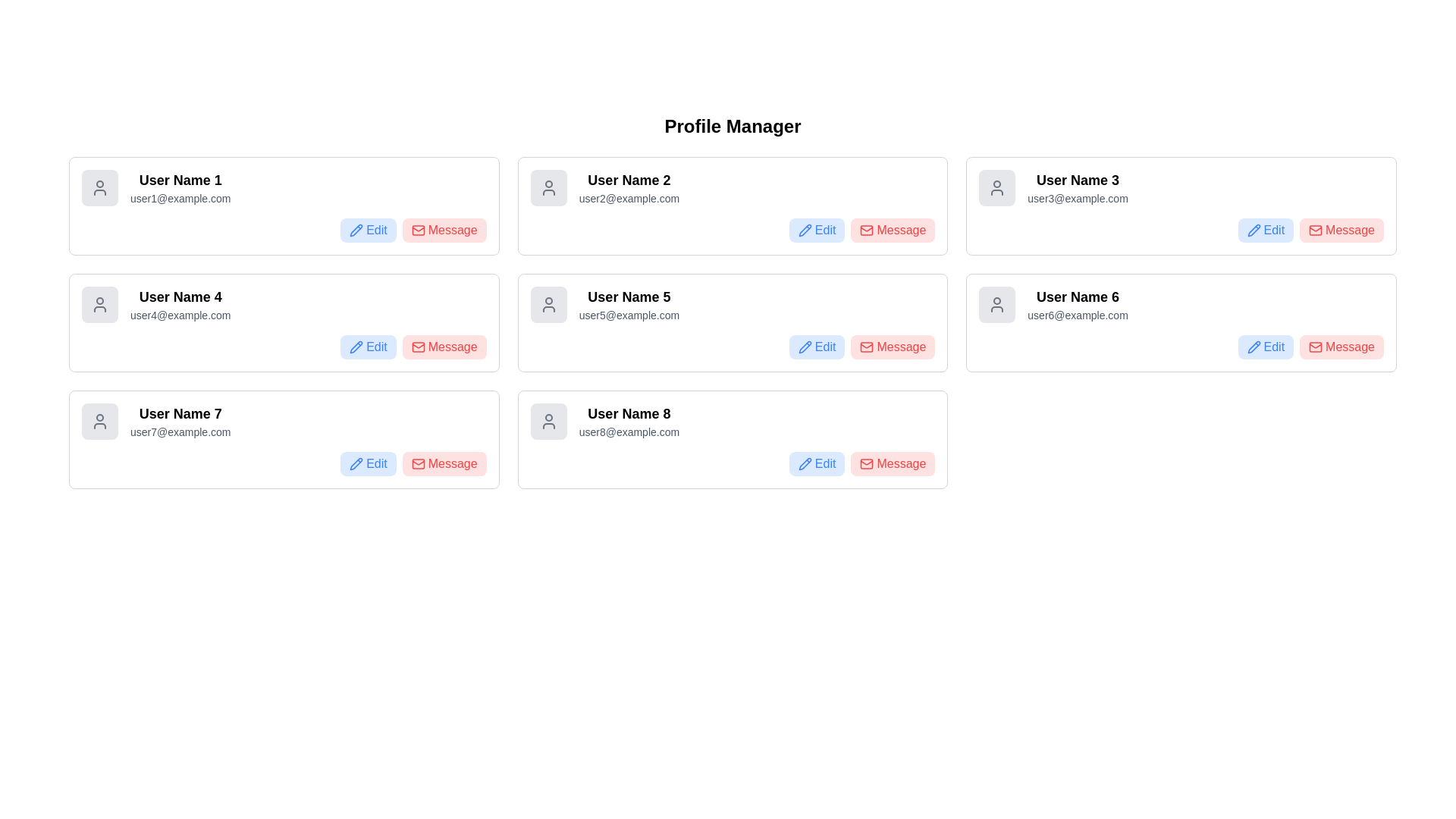 The image size is (1456, 819). Describe the element at coordinates (1266, 347) in the screenshot. I see `the editing button located below the 'User Name 6' label` at that location.